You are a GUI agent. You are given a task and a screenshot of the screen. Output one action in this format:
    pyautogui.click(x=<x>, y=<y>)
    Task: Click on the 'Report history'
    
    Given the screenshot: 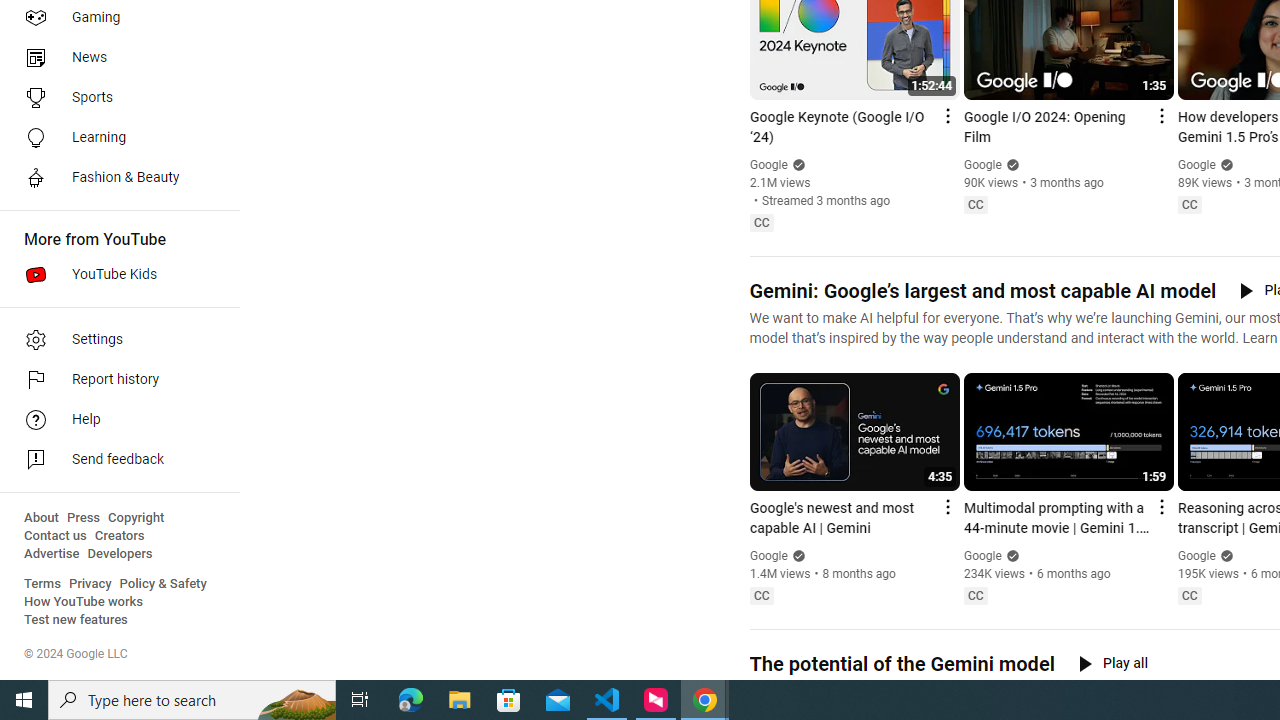 What is the action you would take?
    pyautogui.click(x=112, y=380)
    